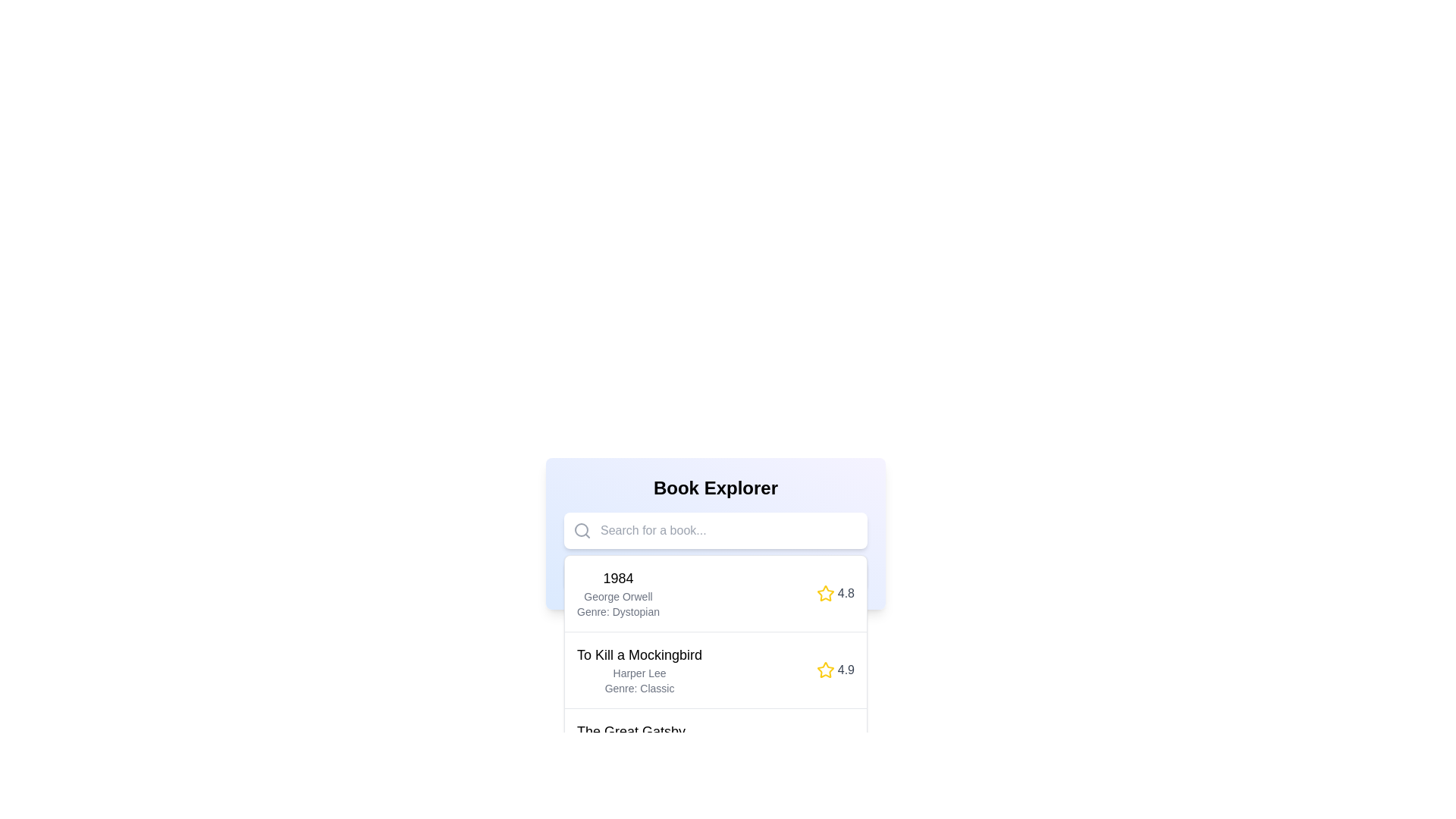  Describe the element at coordinates (824, 669) in the screenshot. I see `the star rating icon located next to the text '4.9' and below 'To Kill a Mockingbird' in the second list entry` at that location.